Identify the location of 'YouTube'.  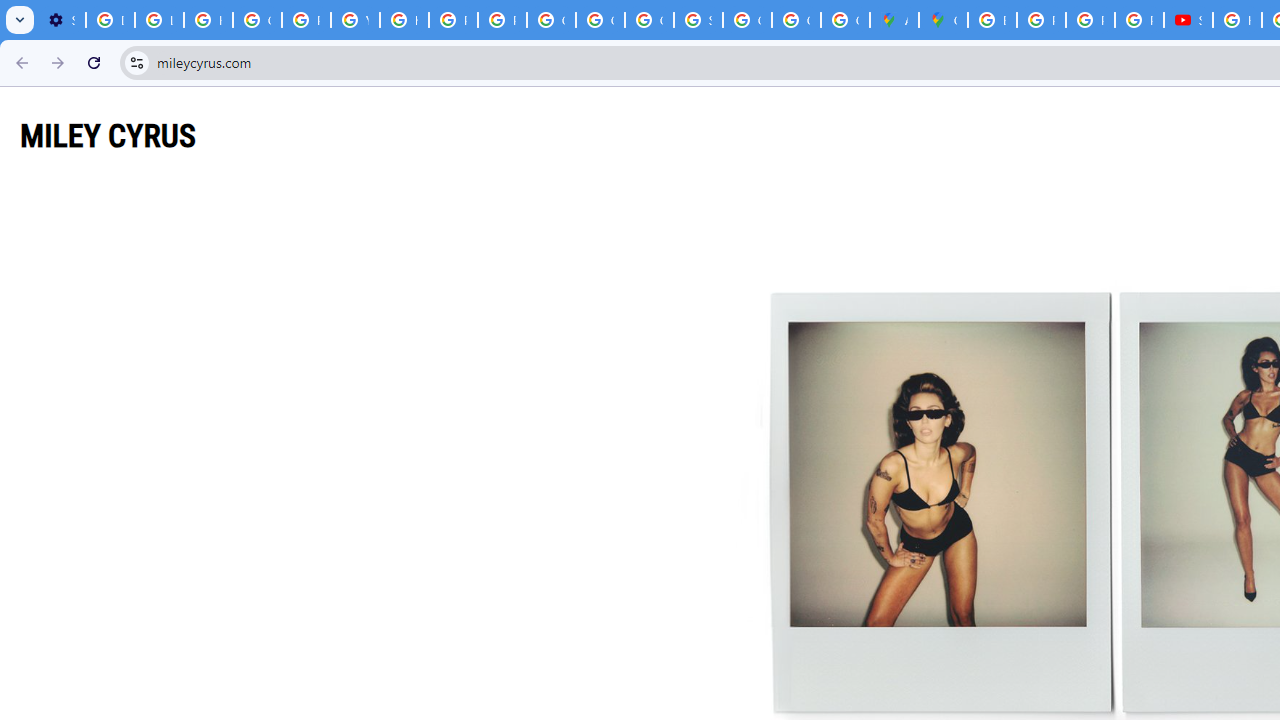
(355, 20).